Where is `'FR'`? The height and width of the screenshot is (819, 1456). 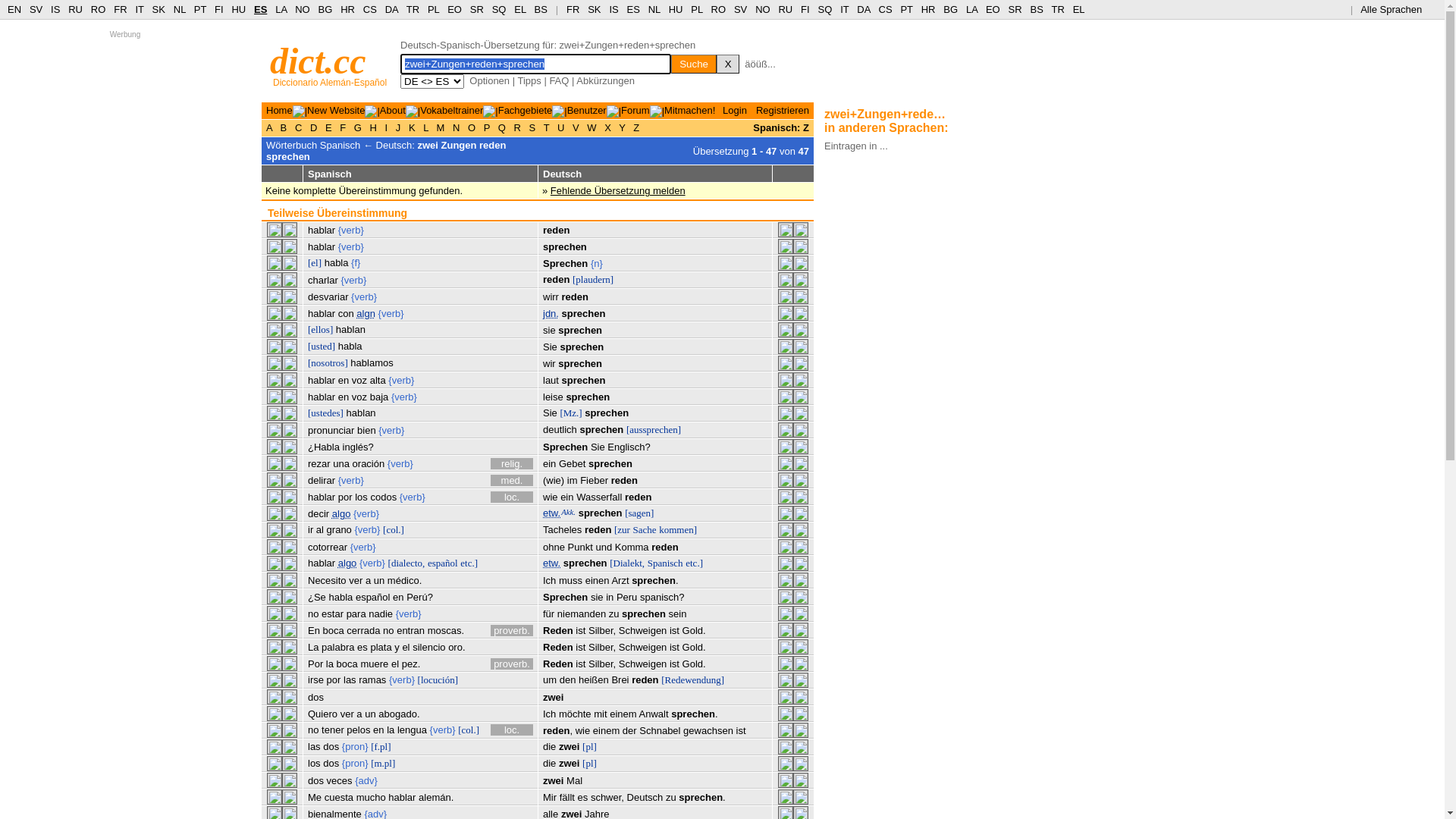
'FR' is located at coordinates (119, 9).